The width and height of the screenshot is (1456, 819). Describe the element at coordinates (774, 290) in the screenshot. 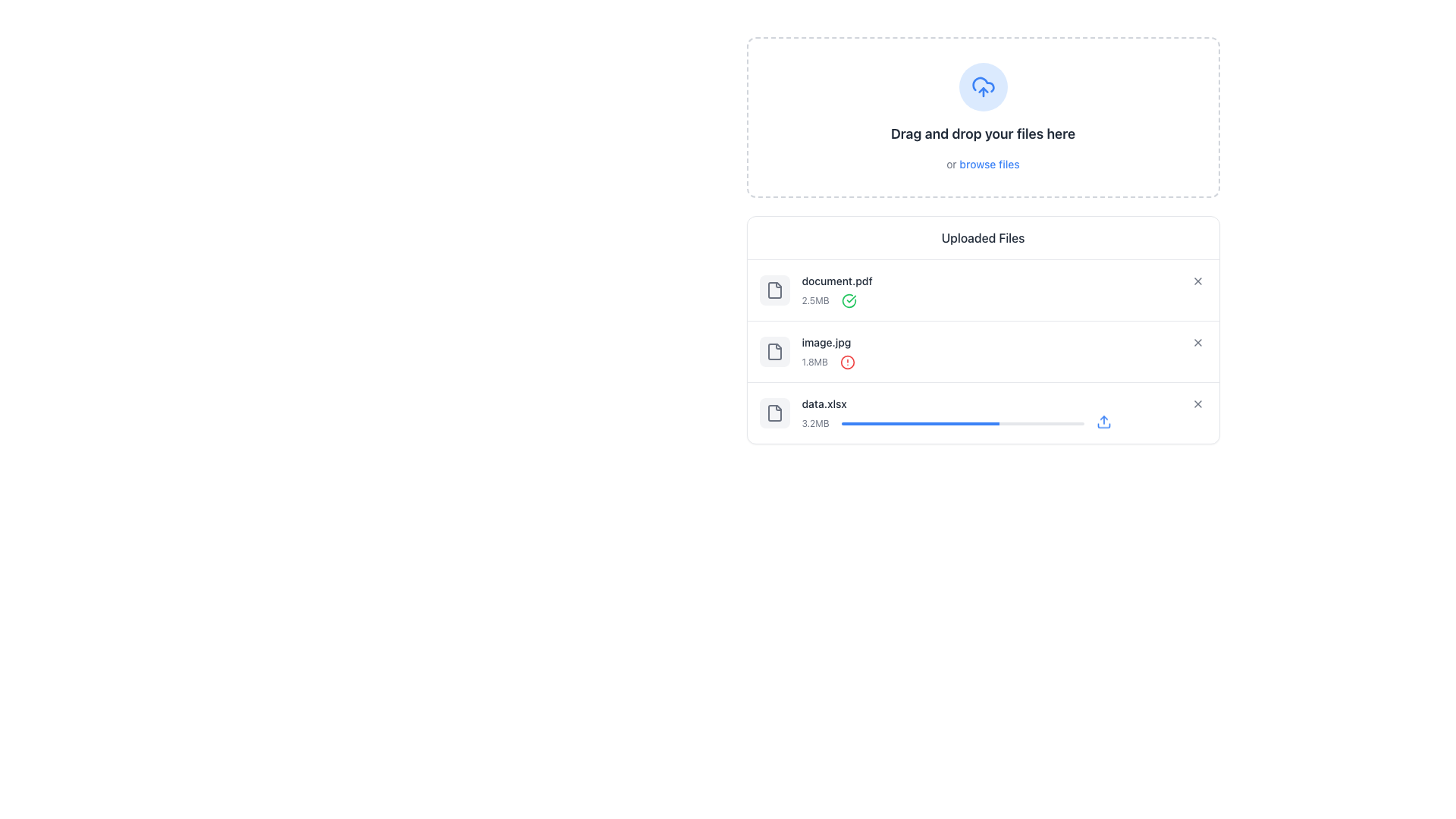

I see `the Icon element representing the file document with a folded corner, located in the uploaded files interface for 'document.pdf'` at that location.